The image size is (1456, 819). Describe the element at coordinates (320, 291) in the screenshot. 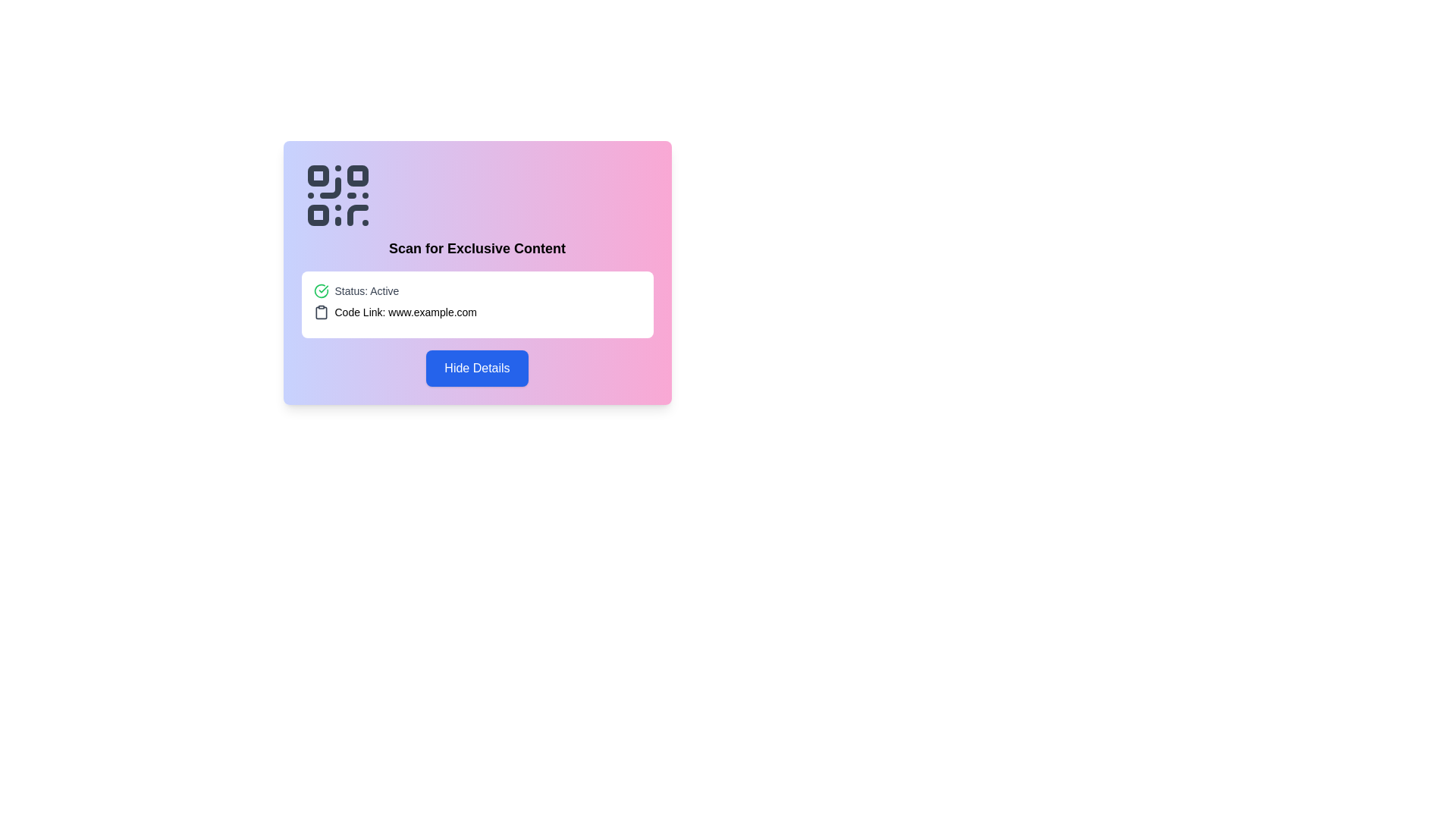

I see `the circular icon with a green check symbol indicating a positive status, located to the left of the text 'Status: Active'` at that location.